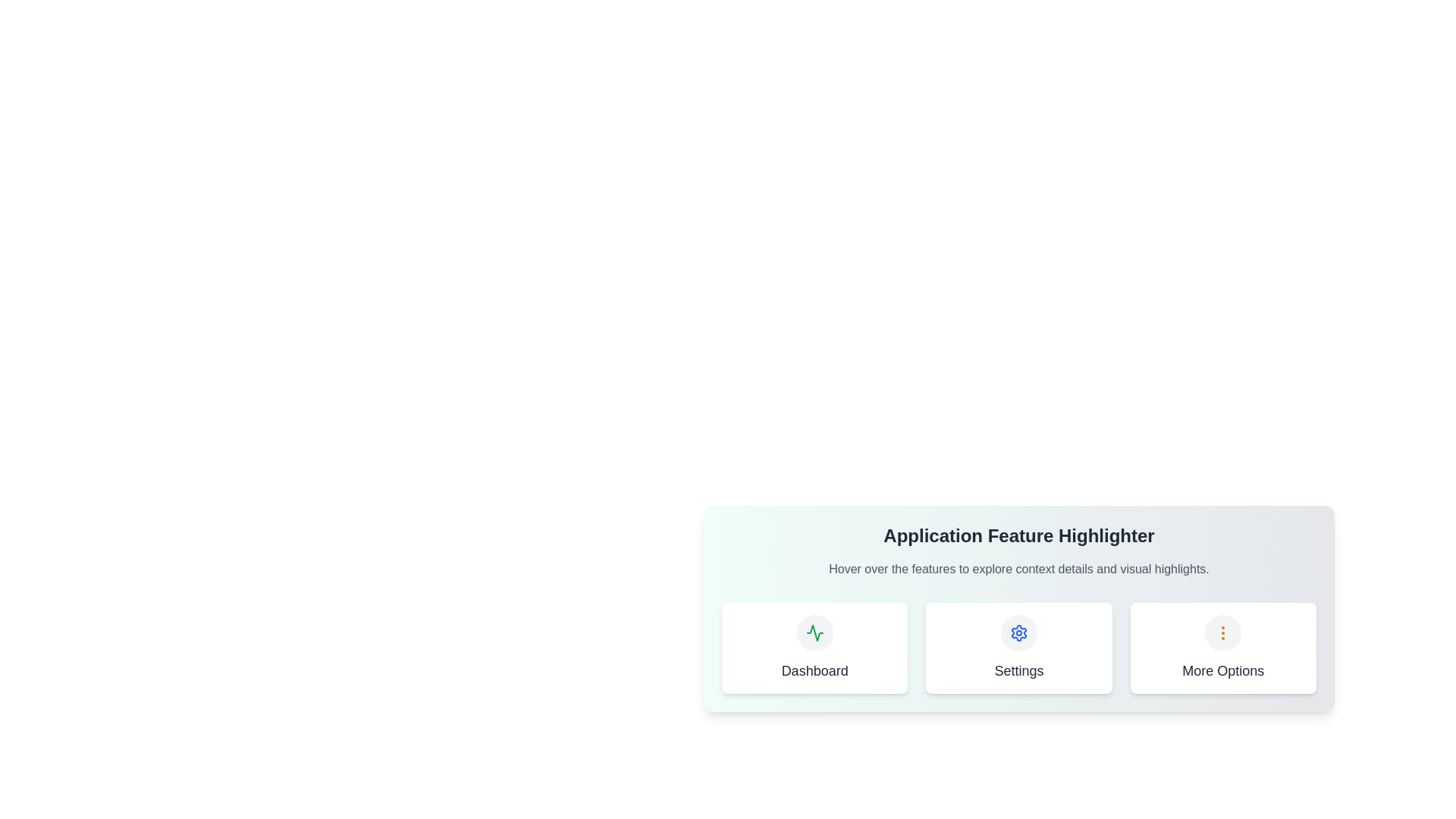 The height and width of the screenshot is (819, 1456). Describe the element at coordinates (814, 670) in the screenshot. I see `label of the text component labeled 'Dashboard', which is centrally positioned at the bottom of a white card with rounded corners` at that location.